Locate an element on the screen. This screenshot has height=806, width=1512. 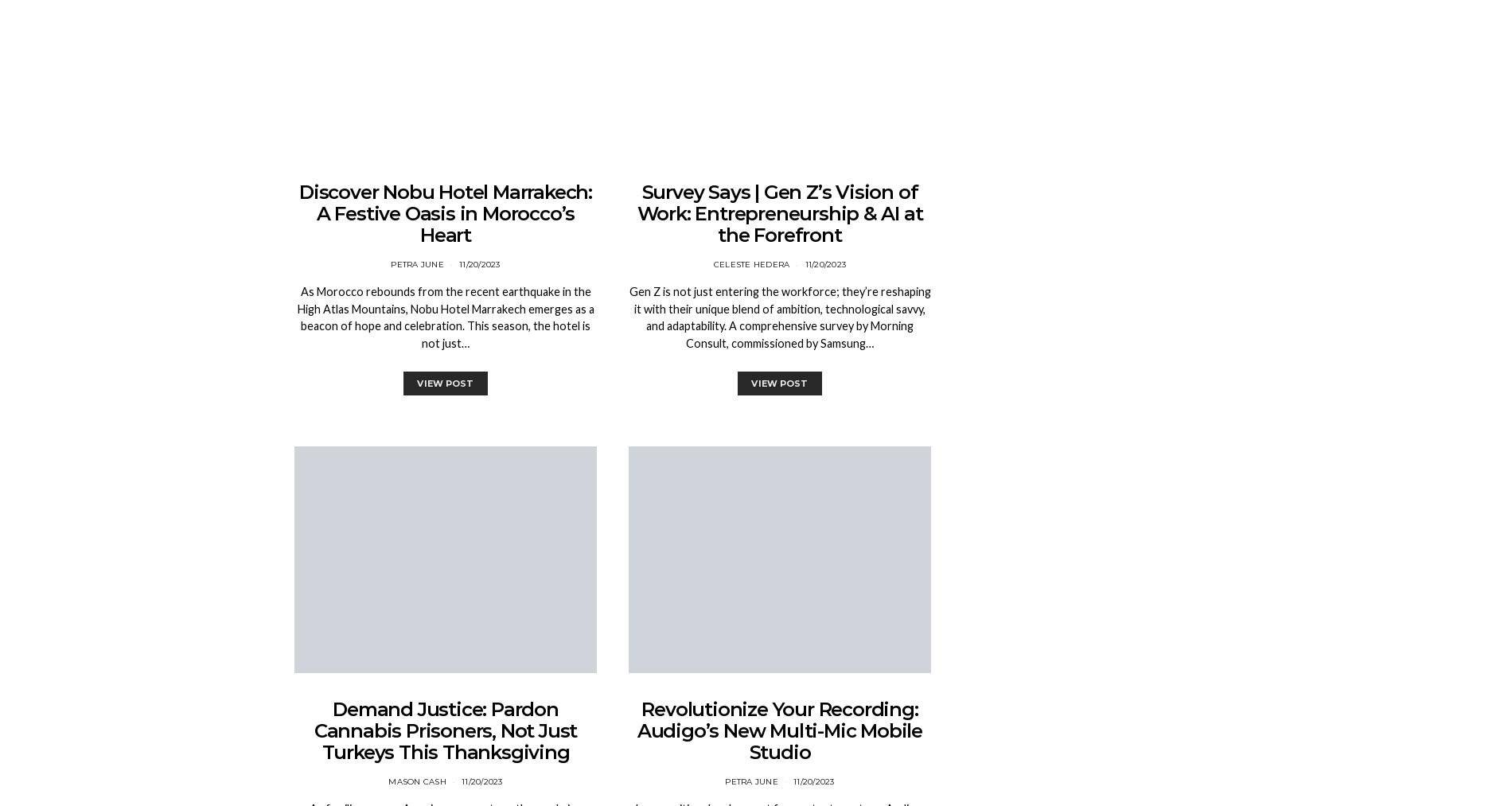
'1 min' is located at coordinates (450, 676).